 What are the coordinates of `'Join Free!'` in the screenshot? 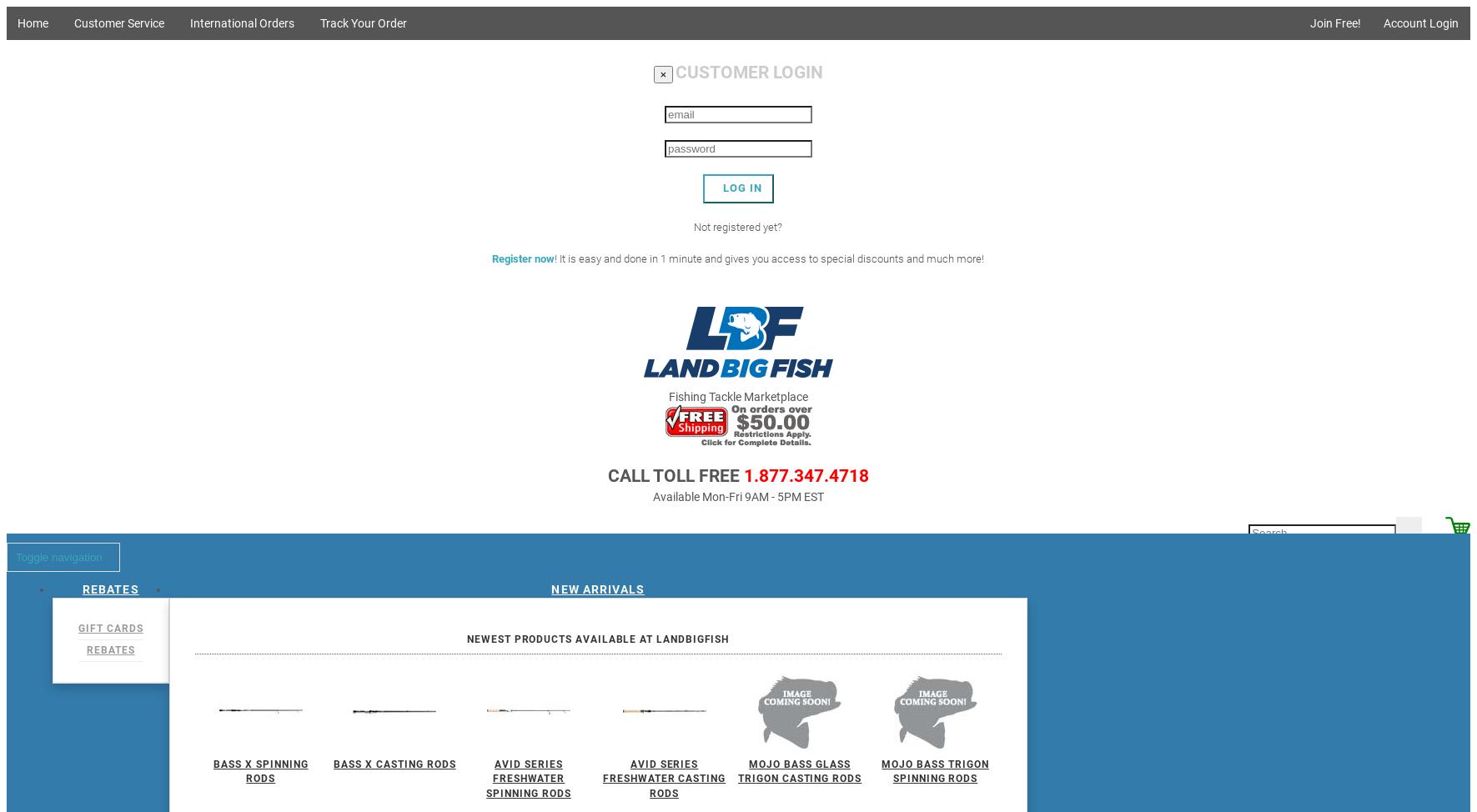 It's located at (1307, 23).